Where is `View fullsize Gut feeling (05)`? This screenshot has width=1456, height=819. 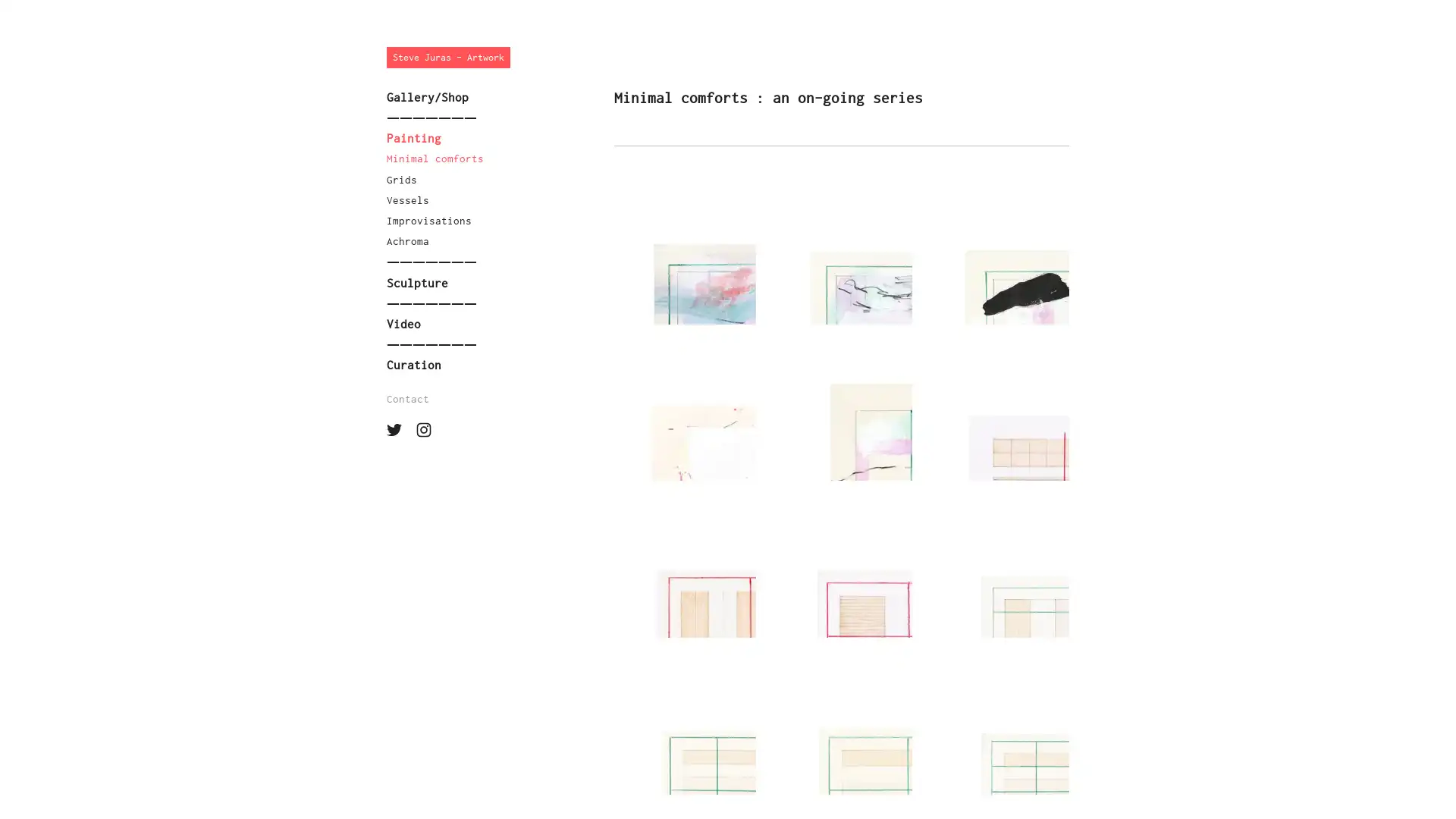 View fullsize Gut feeling (05) is located at coordinates (840, 423).